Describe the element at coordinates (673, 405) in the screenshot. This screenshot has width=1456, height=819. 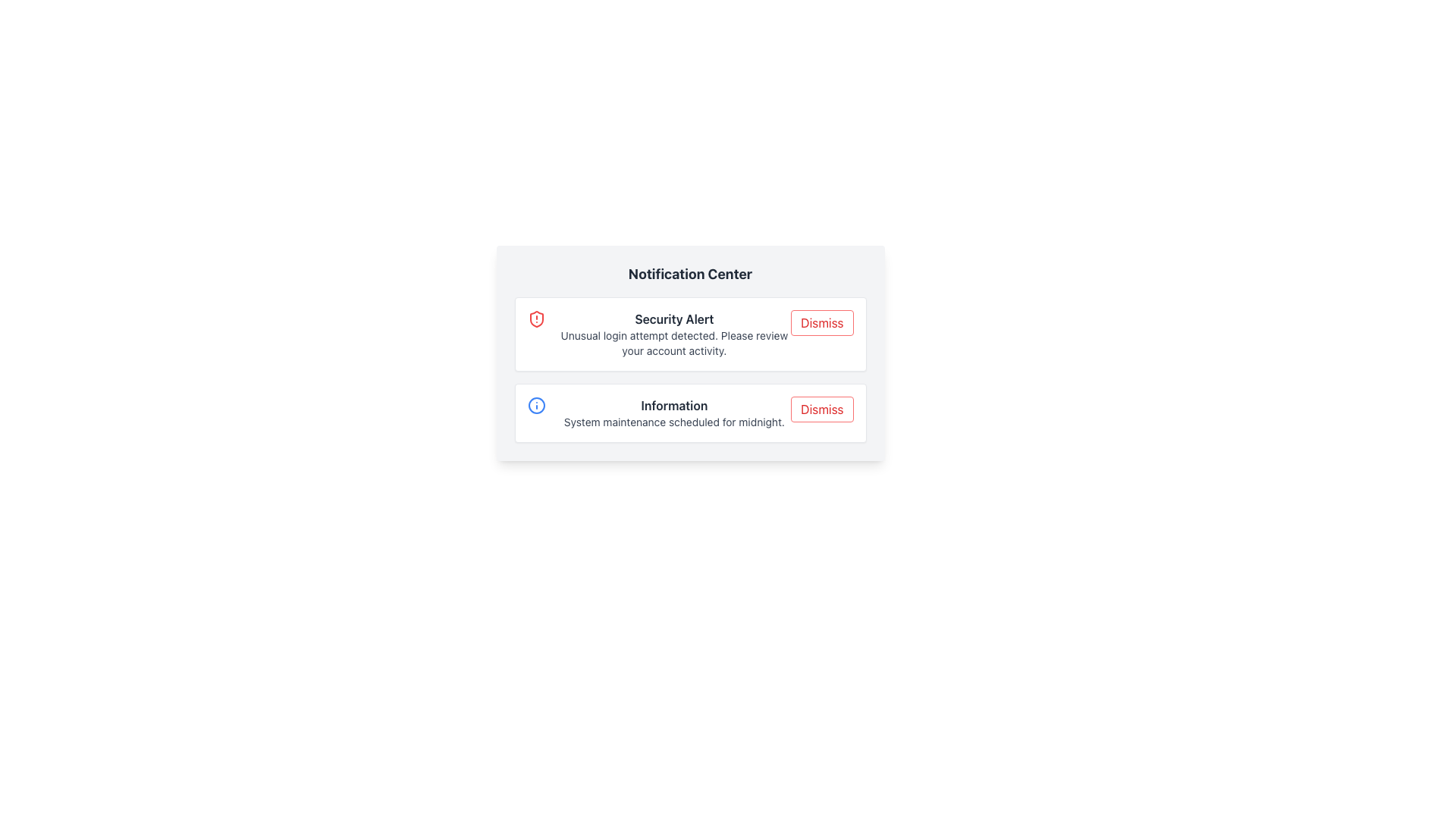
I see `the Text Label serving as the main title for the second notification card in the Notification Center interface, which is positioned above the descriptive text and to the left of the Dismiss button` at that location.